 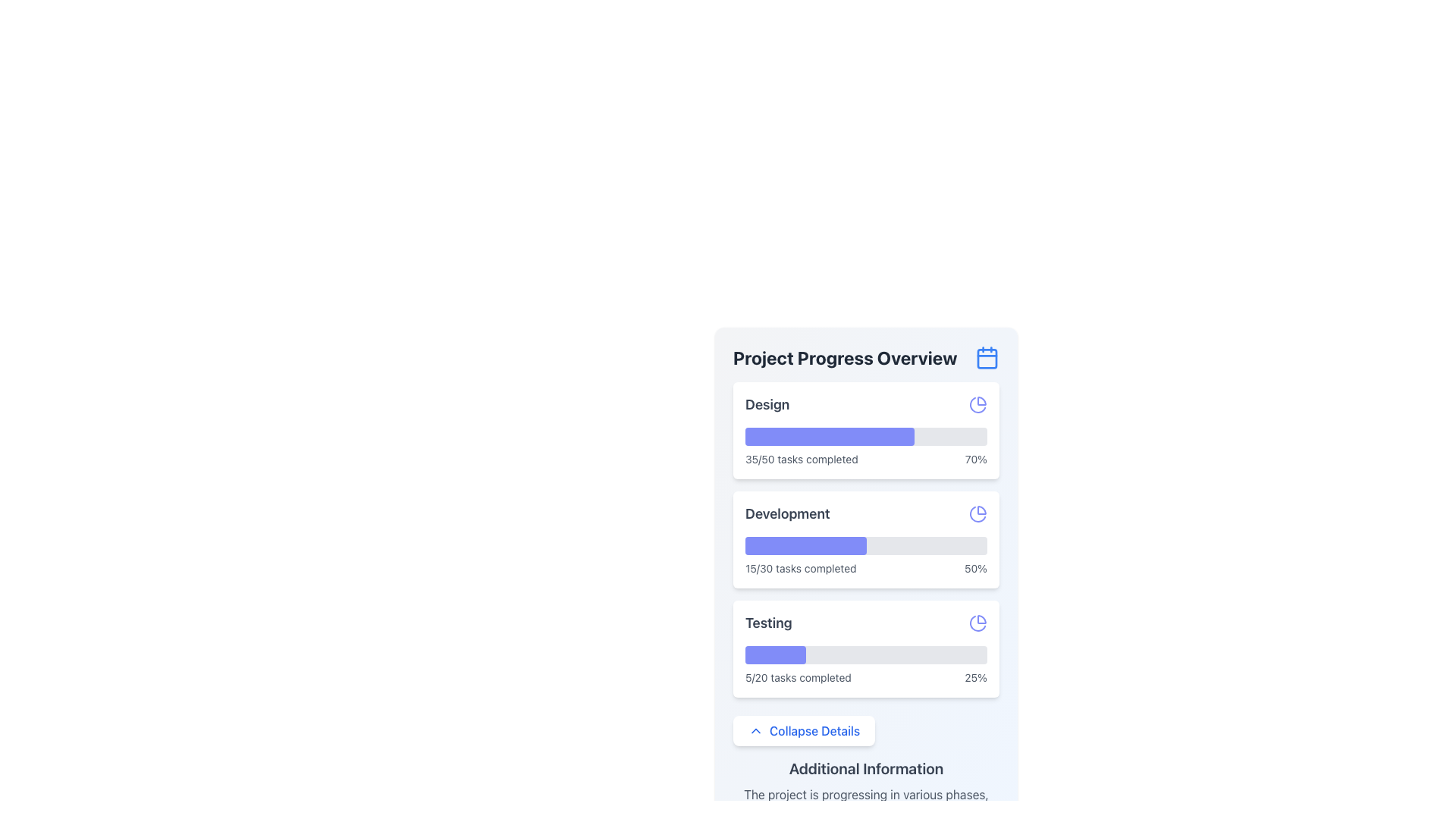 What do you see at coordinates (787, 513) in the screenshot?
I see `the text label displaying 'Development' in bold gray font, located in the upper-middle section of the page` at bounding box center [787, 513].